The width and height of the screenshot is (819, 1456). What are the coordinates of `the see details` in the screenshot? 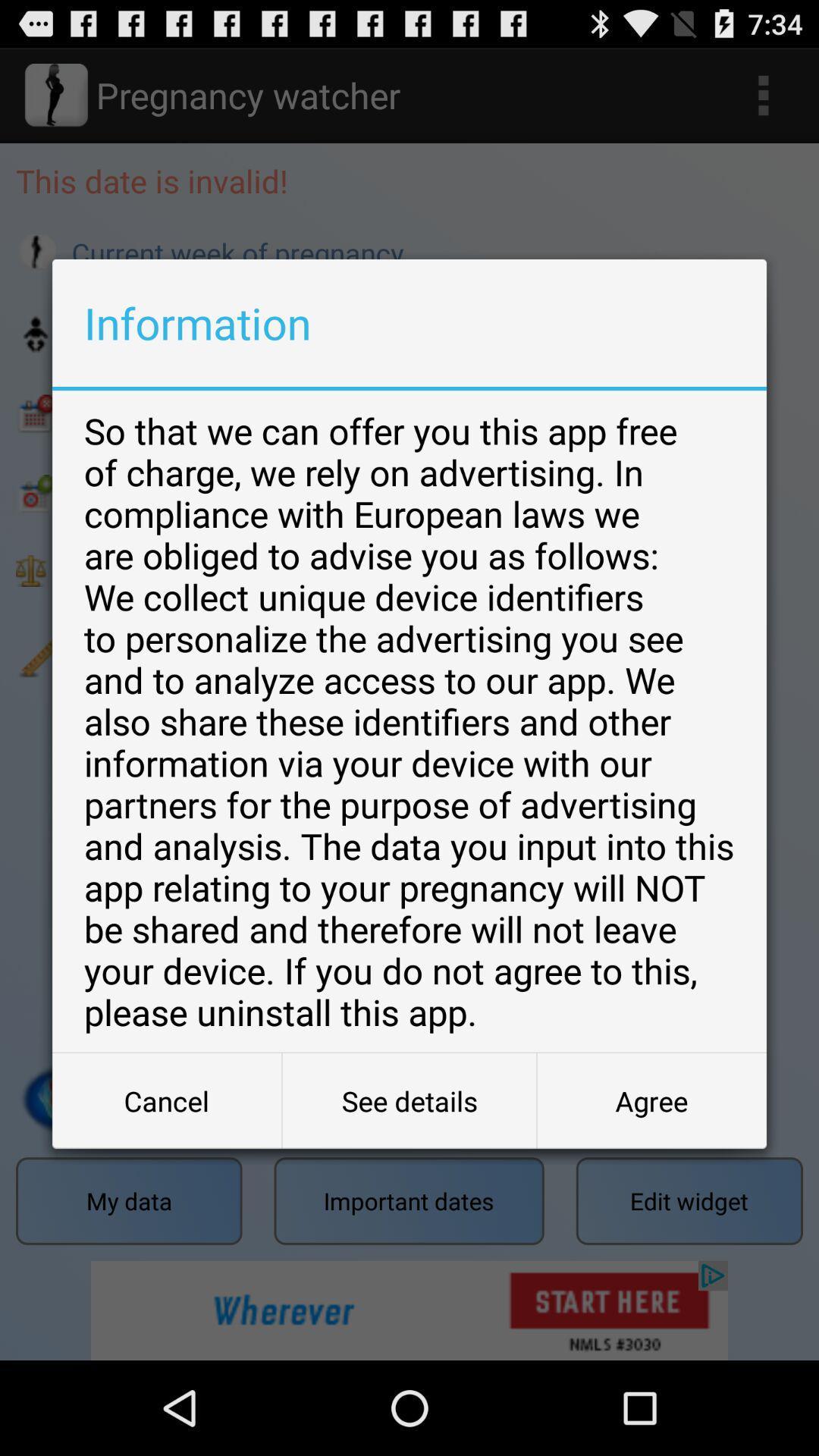 It's located at (409, 1100).